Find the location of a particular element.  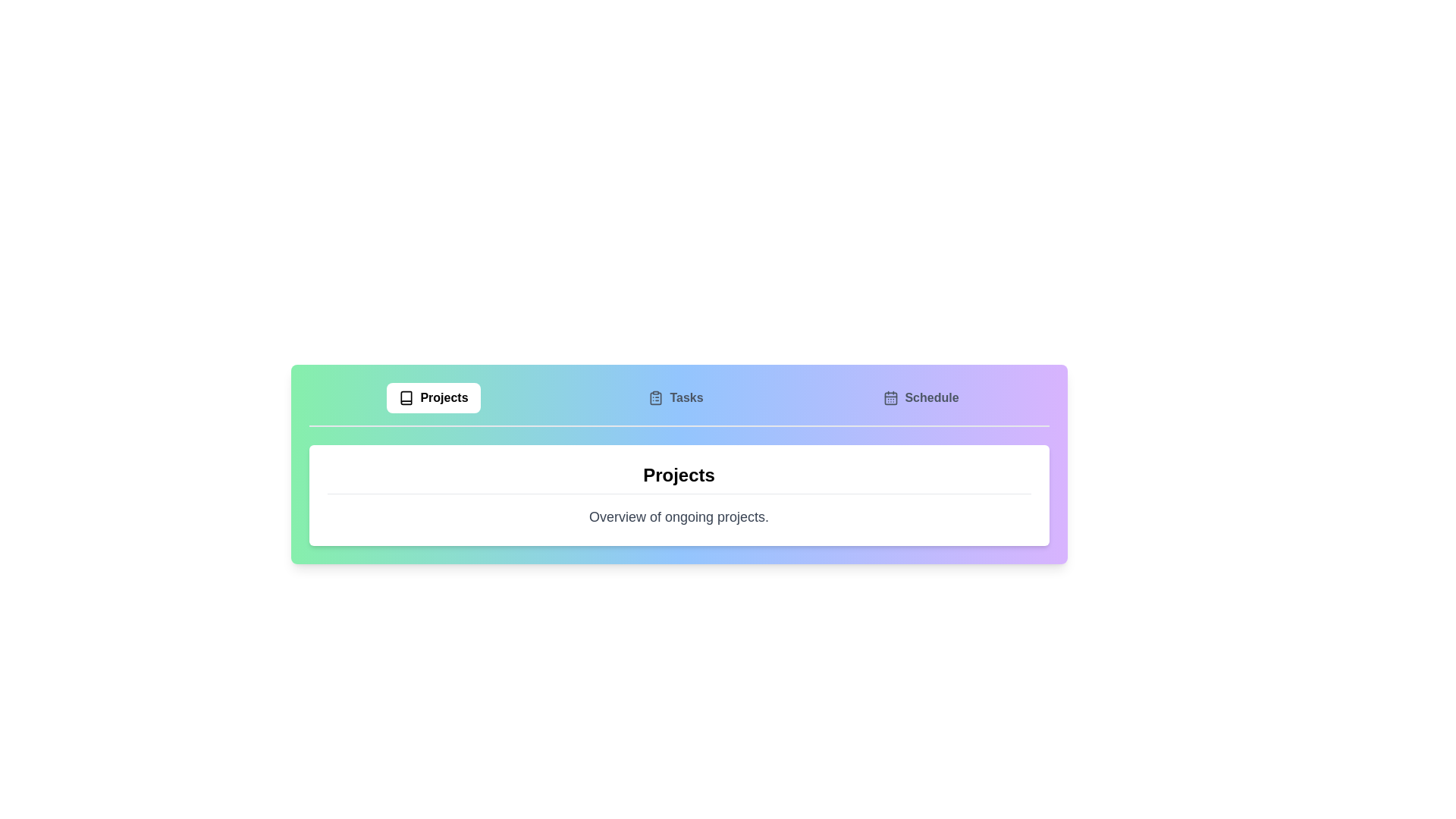

the Projects tab by clicking on its corresponding button is located at coordinates (432, 397).